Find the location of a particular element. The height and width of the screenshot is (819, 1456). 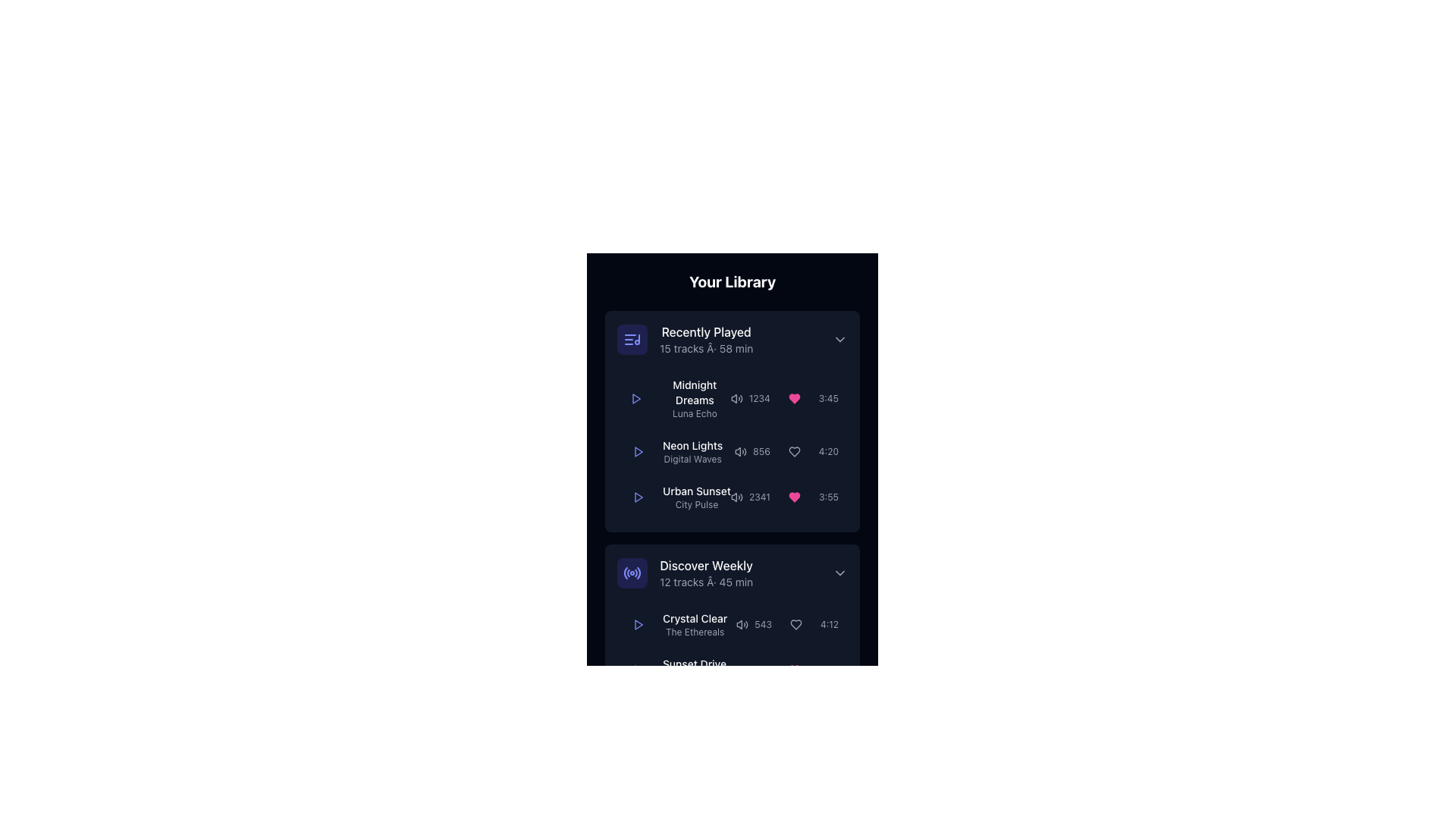

the 'like' icon button for the track 'Urban Sunset' in the 'Recently Played' section is located at coordinates (795, 625).